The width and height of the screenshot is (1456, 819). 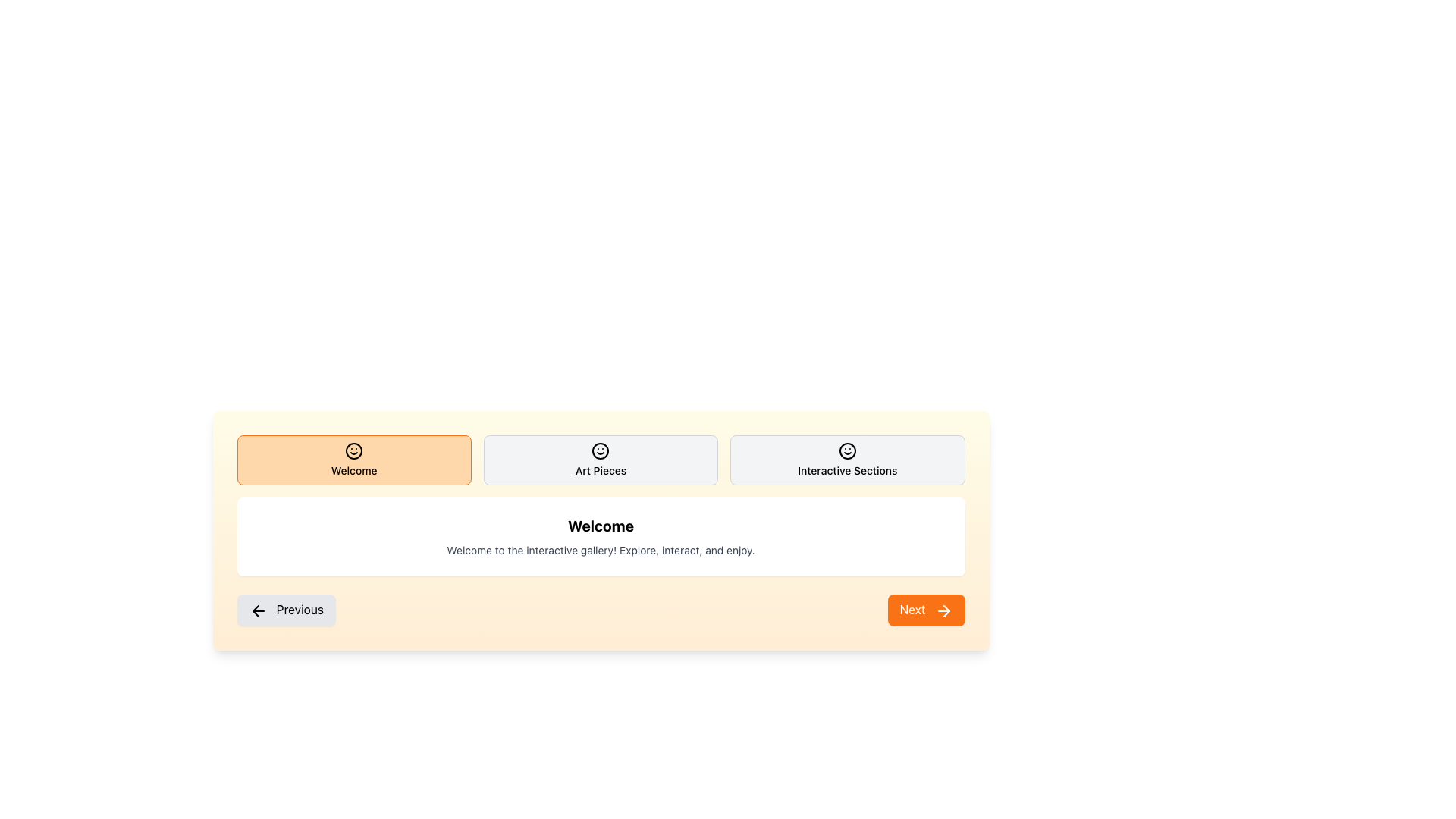 I want to click on the leftmost button with an orange background and a smiling face icon labeled 'Welcome', so click(x=353, y=459).